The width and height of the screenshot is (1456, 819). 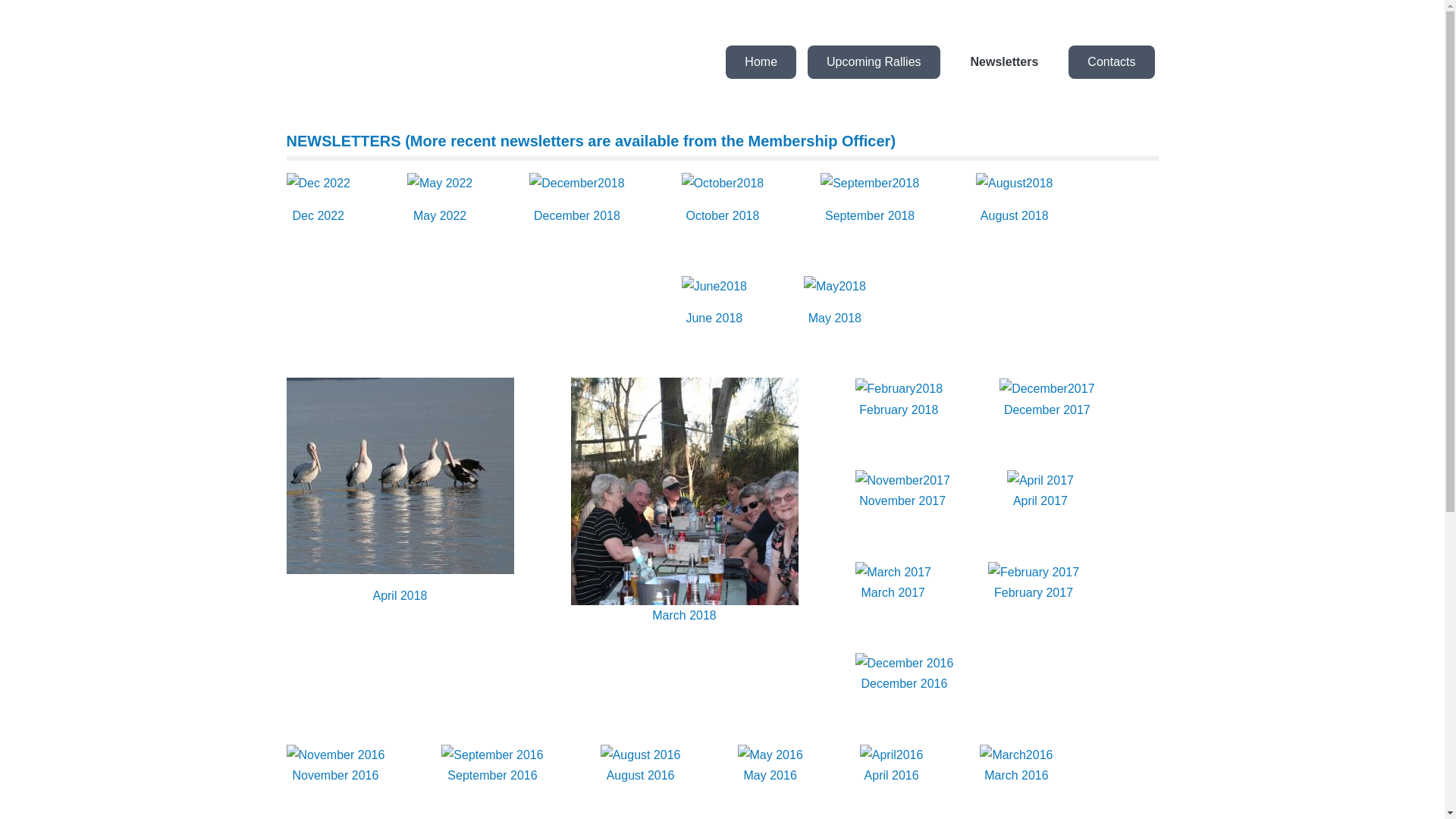 I want to click on 'August 2018', so click(x=1015, y=215).